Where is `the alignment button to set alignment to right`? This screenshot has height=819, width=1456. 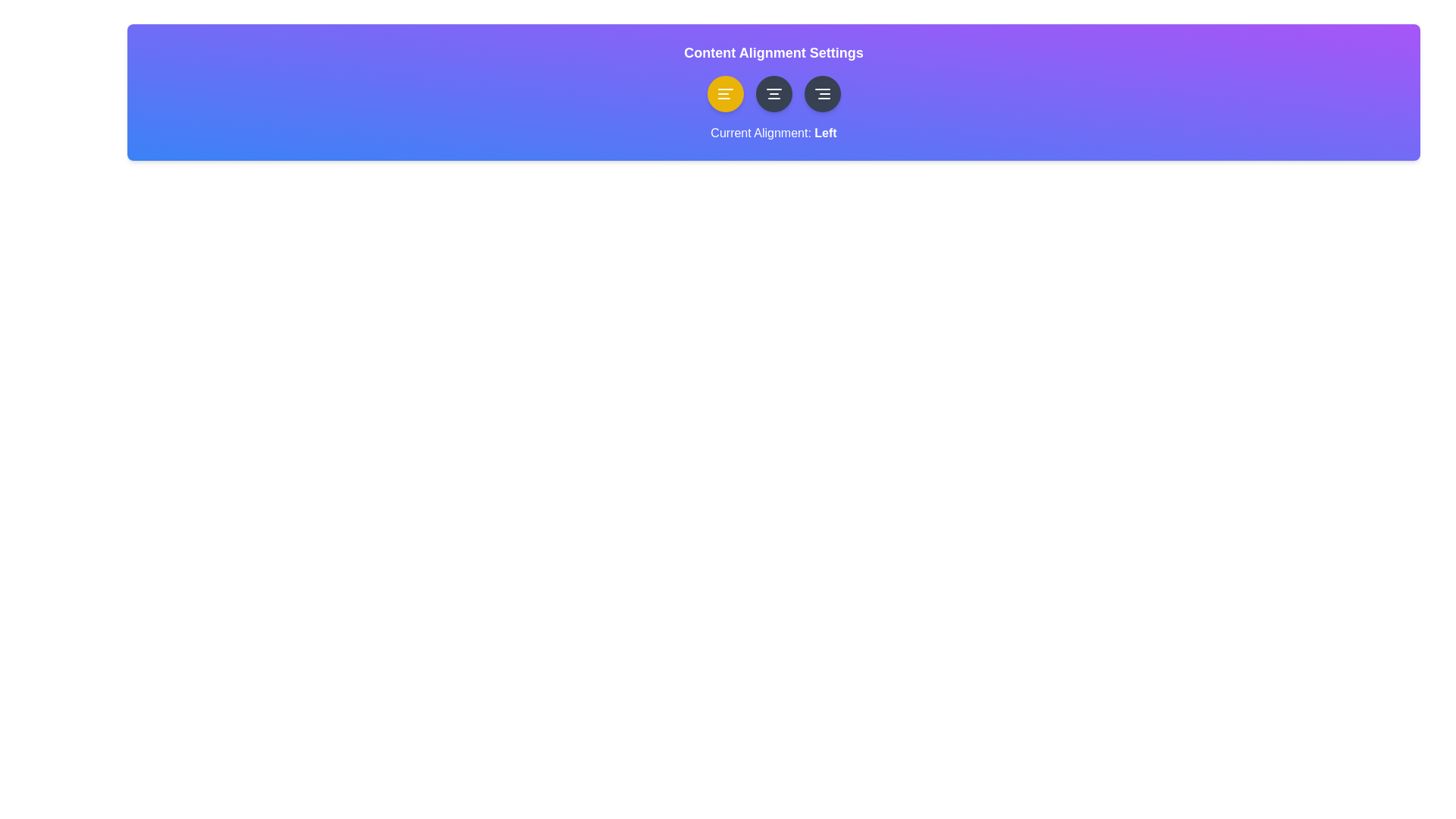
the alignment button to set alignment to right is located at coordinates (821, 93).